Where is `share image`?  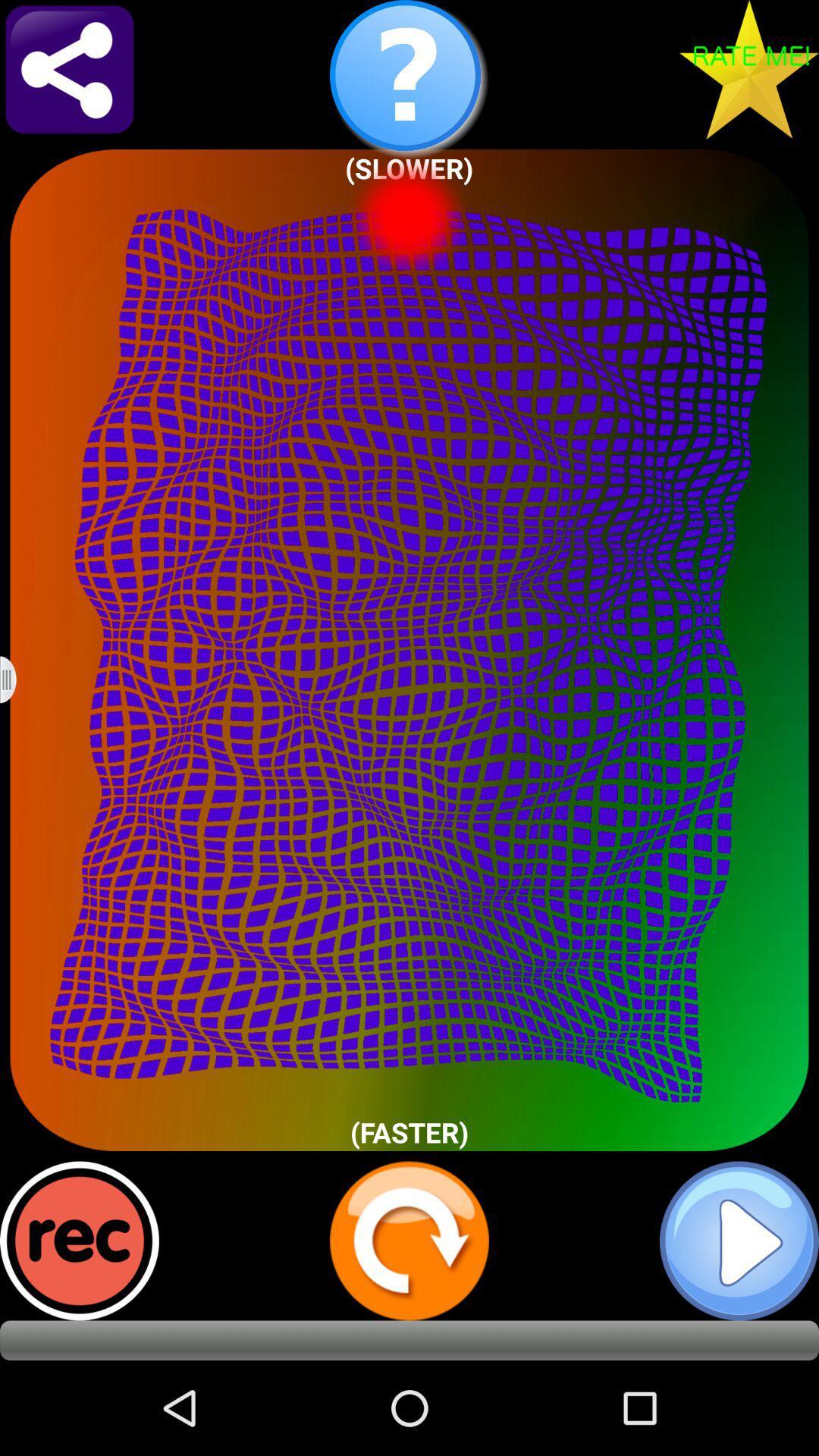
share image is located at coordinates (69, 68).